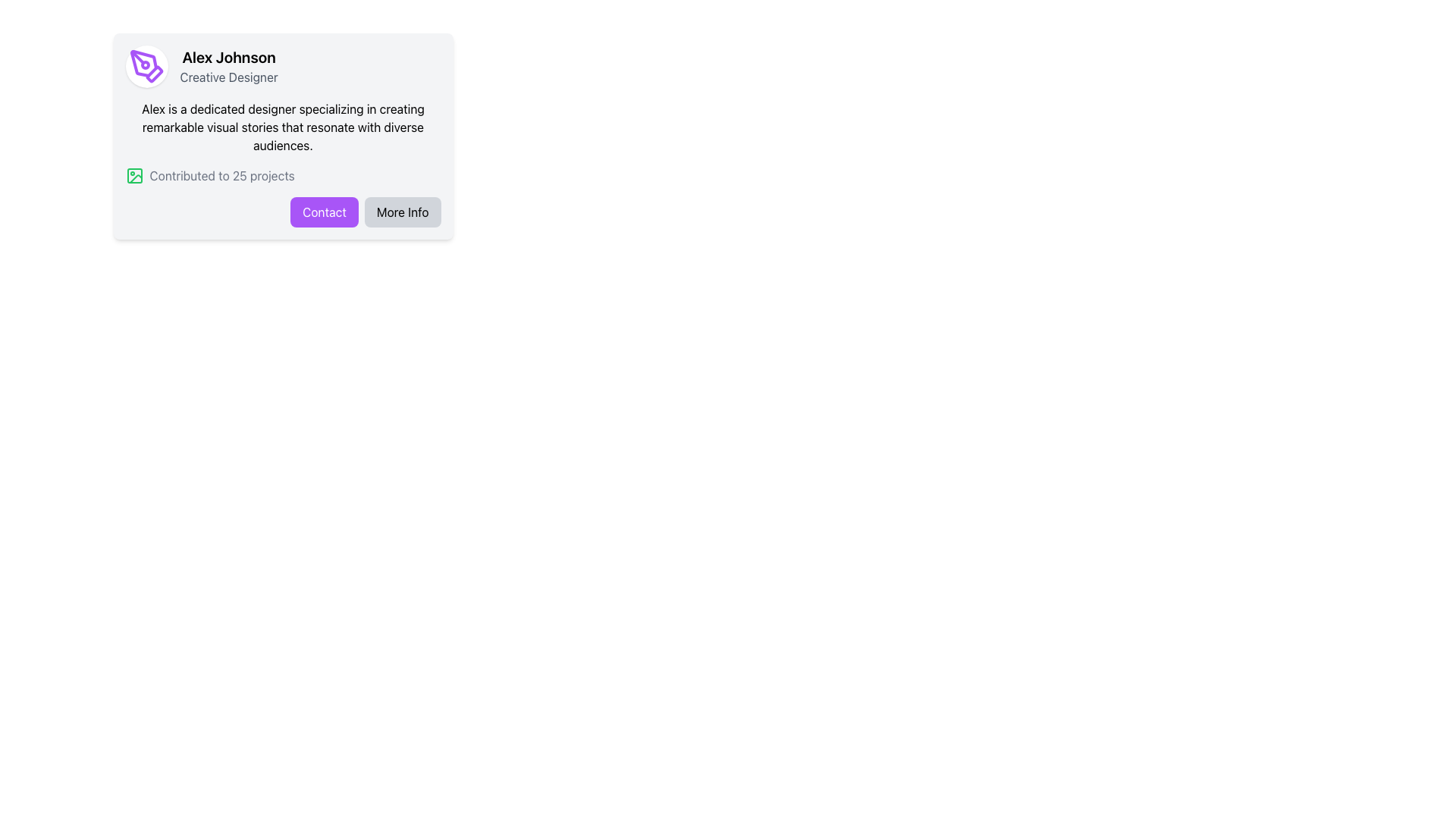 This screenshot has width=1456, height=819. What do you see at coordinates (146, 66) in the screenshot?
I see `the round icon with a white background and a purple pen-like symbol inside, located at the top-left corner of Alex Johnson's profile card` at bounding box center [146, 66].